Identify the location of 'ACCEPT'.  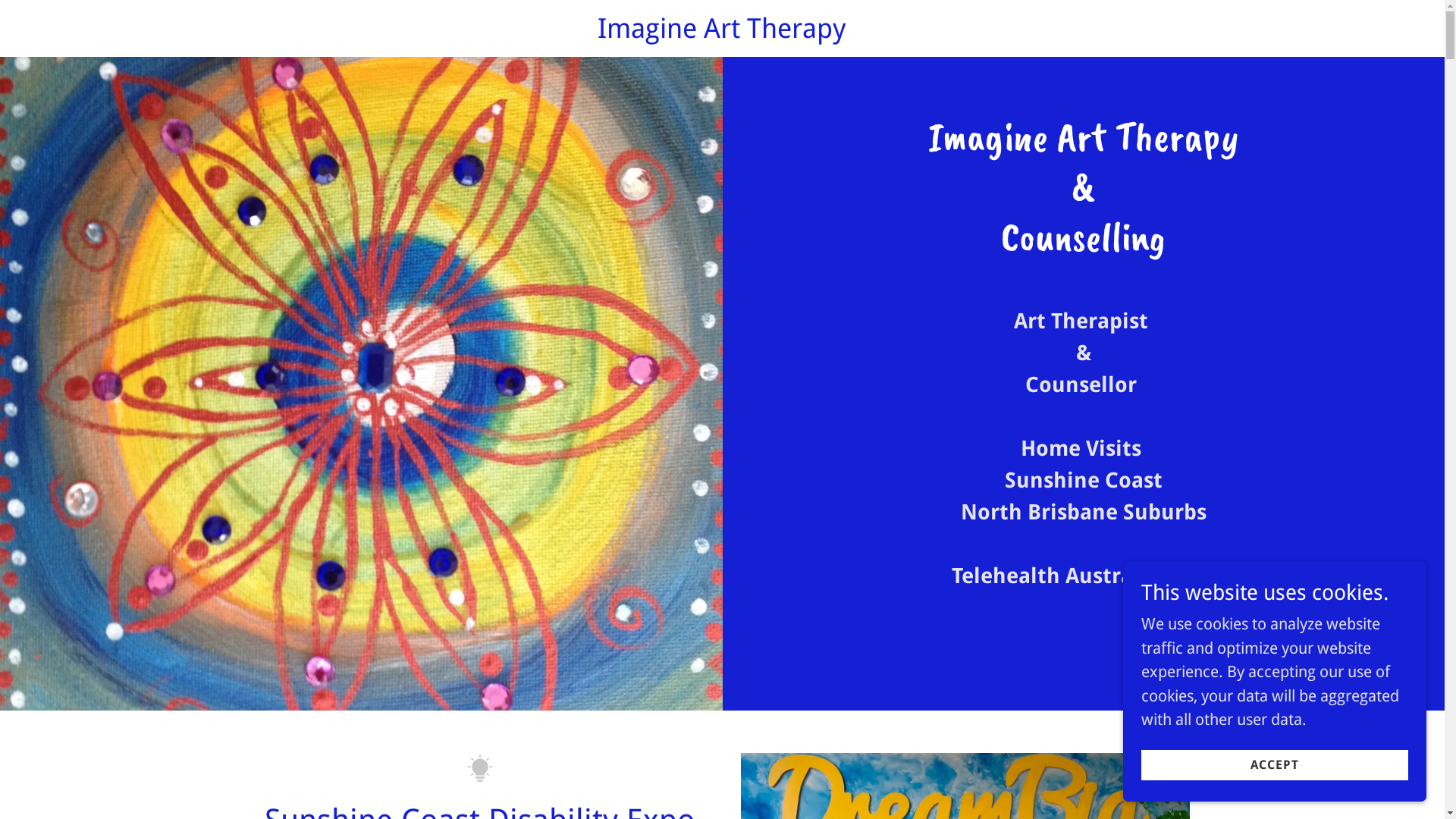
(1274, 764).